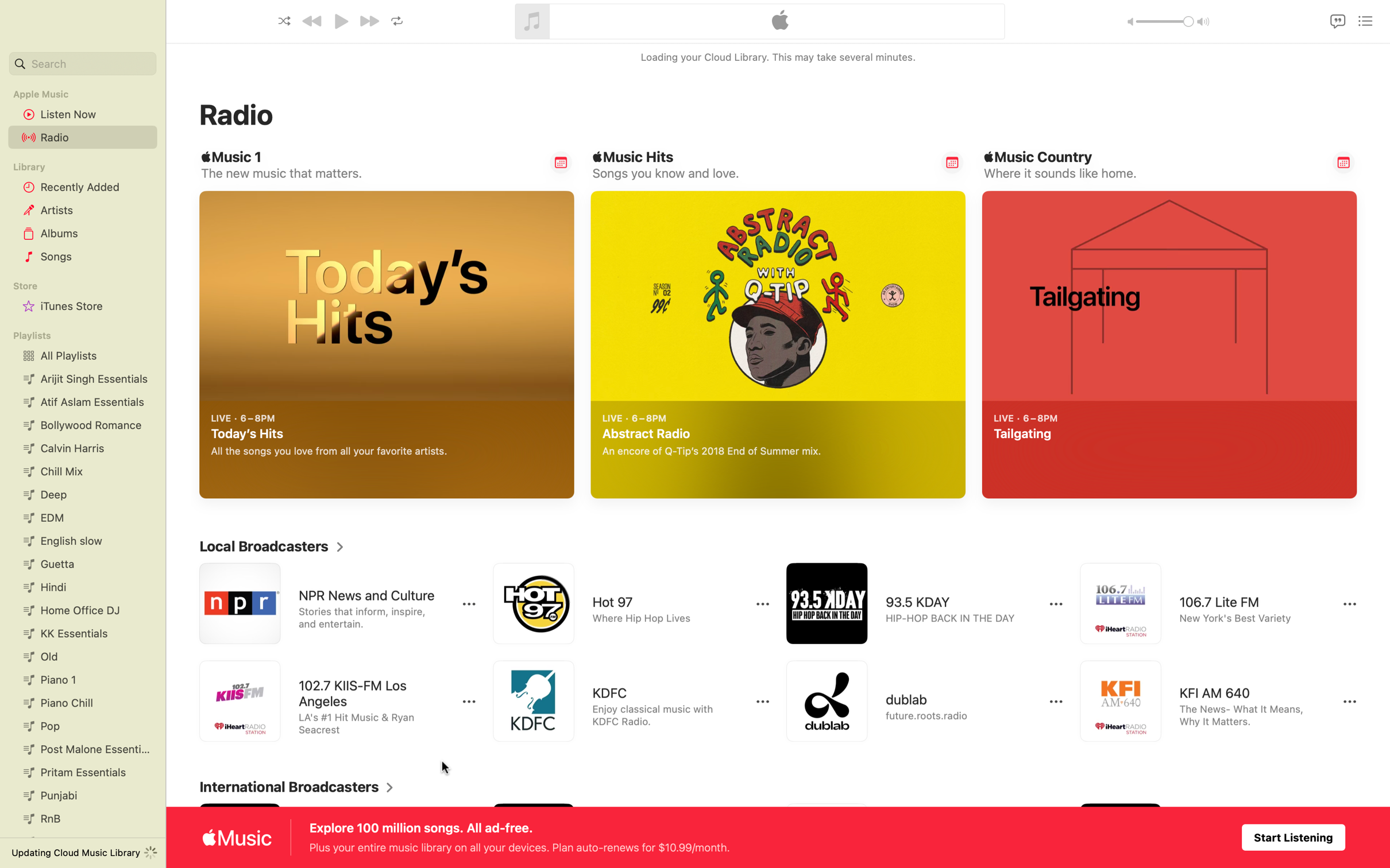 This screenshot has width=1390, height=868. Describe the element at coordinates (1207, 702) in the screenshot. I see `Listen to KFI AM` at that location.